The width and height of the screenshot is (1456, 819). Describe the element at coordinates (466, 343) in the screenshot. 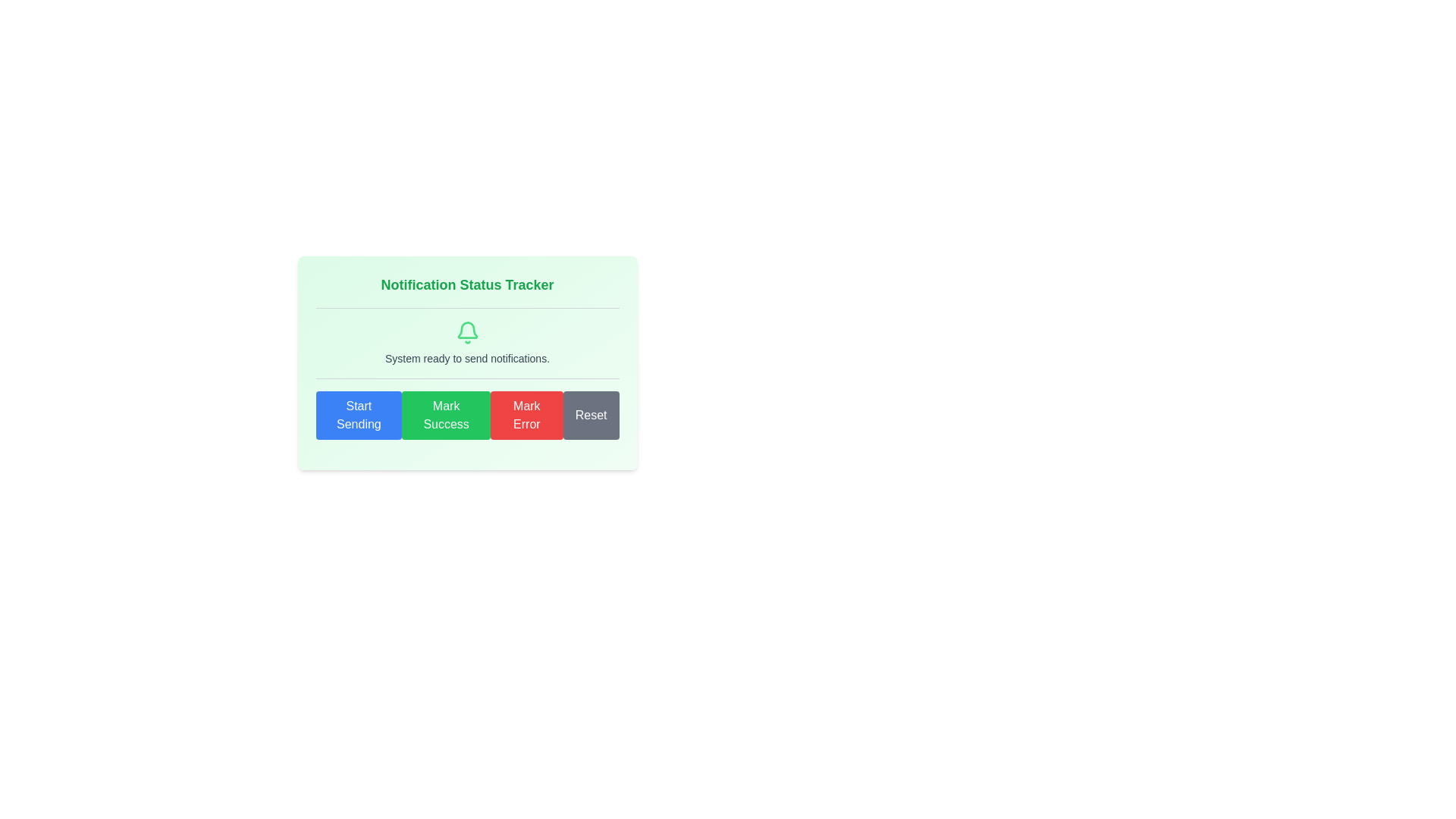

I see `the status message text element located beneath the 'Notification Status Tracker' heading, which provides feedback about the current state of the system` at that location.